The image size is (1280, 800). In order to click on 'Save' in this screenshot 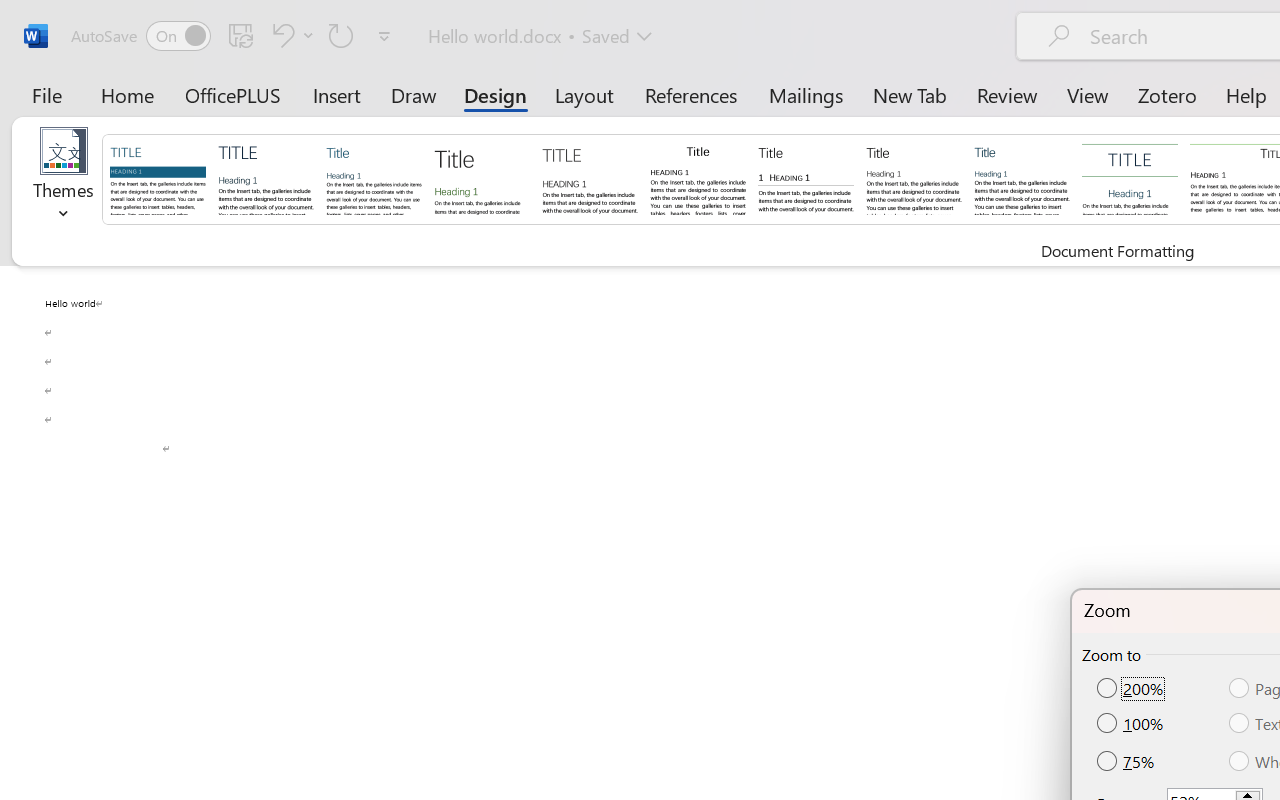, I will do `click(240, 34)`.